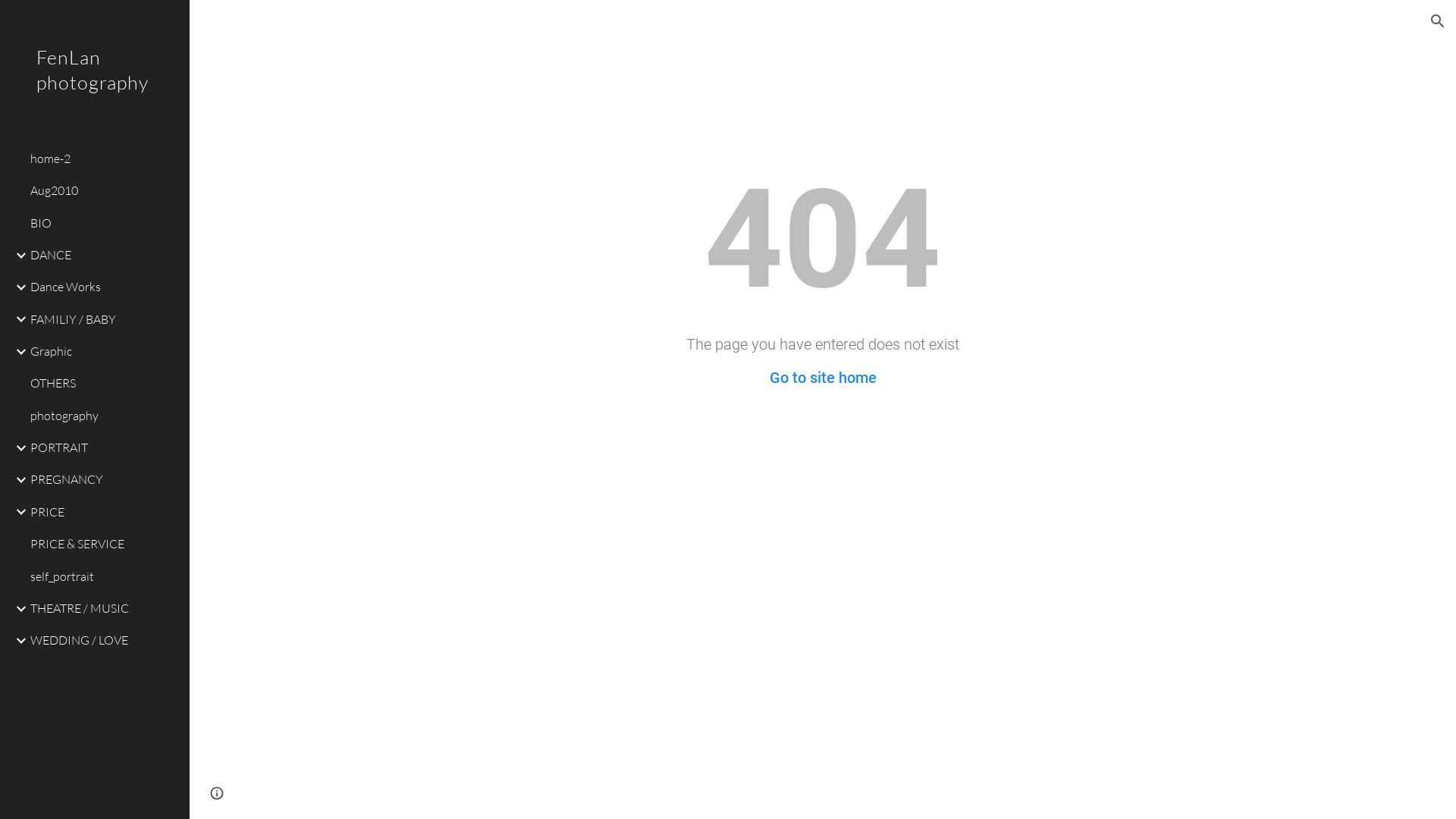 This screenshot has width=1456, height=819. Describe the element at coordinates (103, 253) in the screenshot. I see `'DANCE'` at that location.